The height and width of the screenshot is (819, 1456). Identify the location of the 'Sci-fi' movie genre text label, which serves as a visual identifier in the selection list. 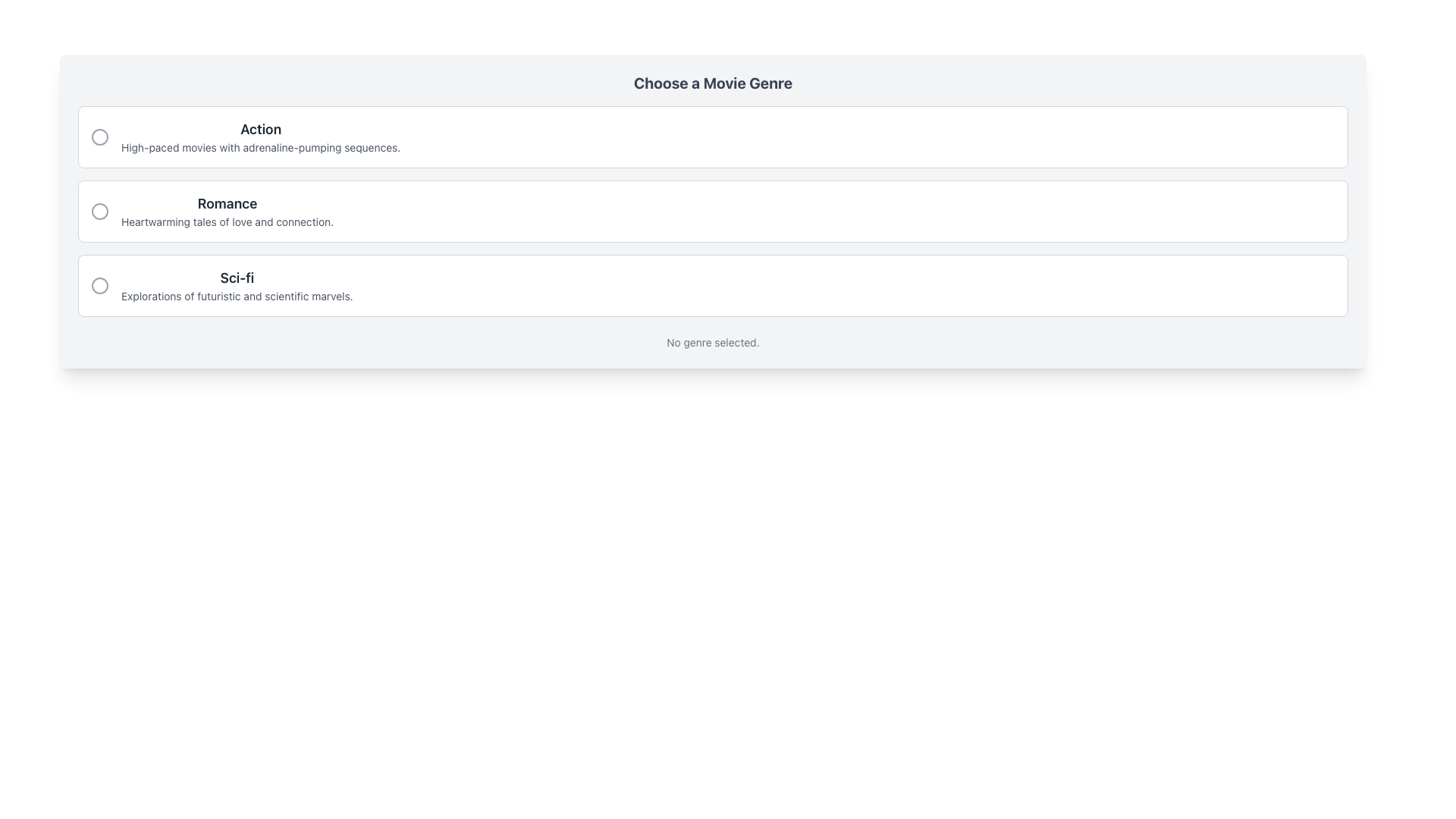
(236, 278).